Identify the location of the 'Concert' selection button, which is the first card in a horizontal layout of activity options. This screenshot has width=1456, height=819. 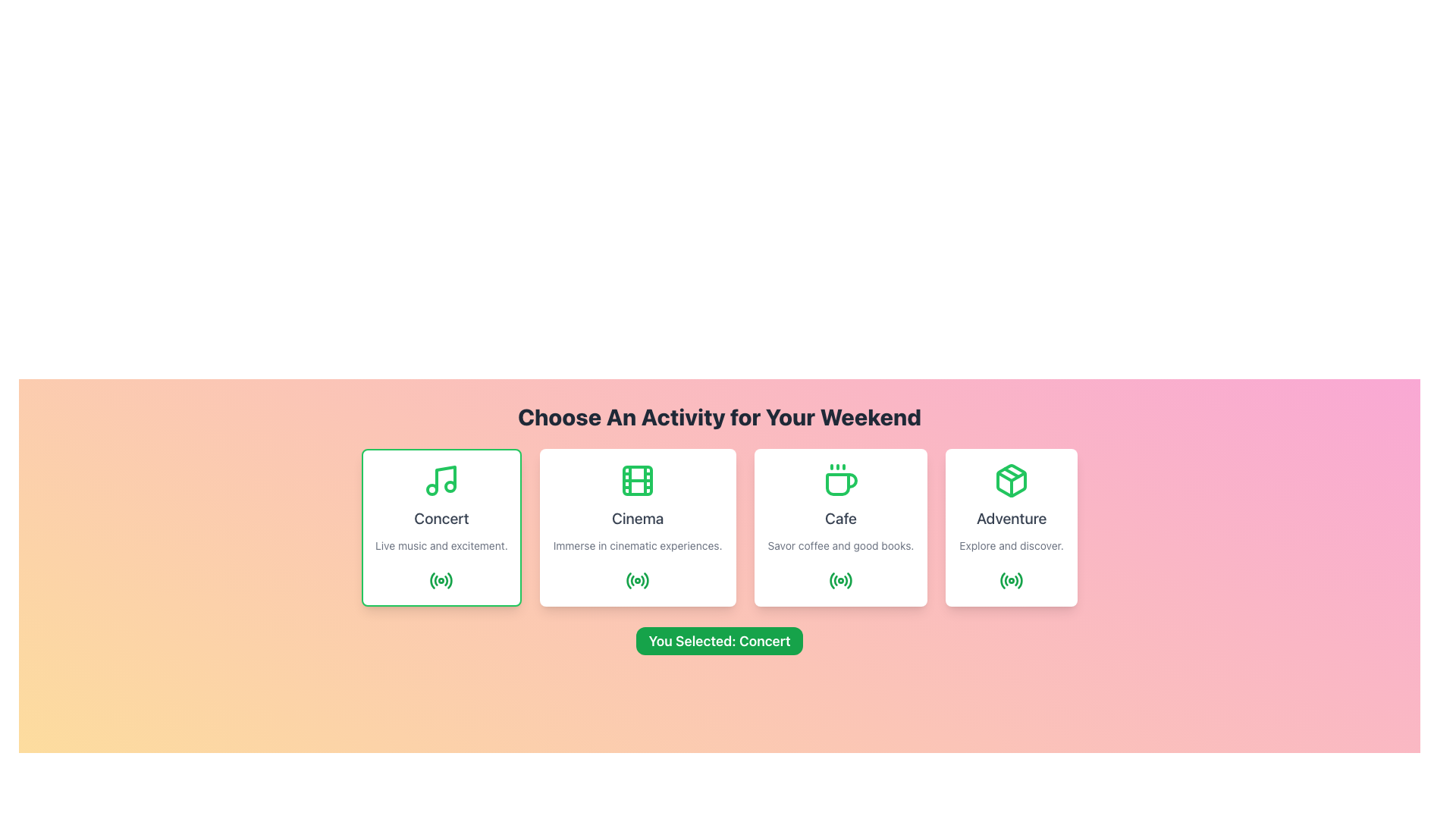
(441, 526).